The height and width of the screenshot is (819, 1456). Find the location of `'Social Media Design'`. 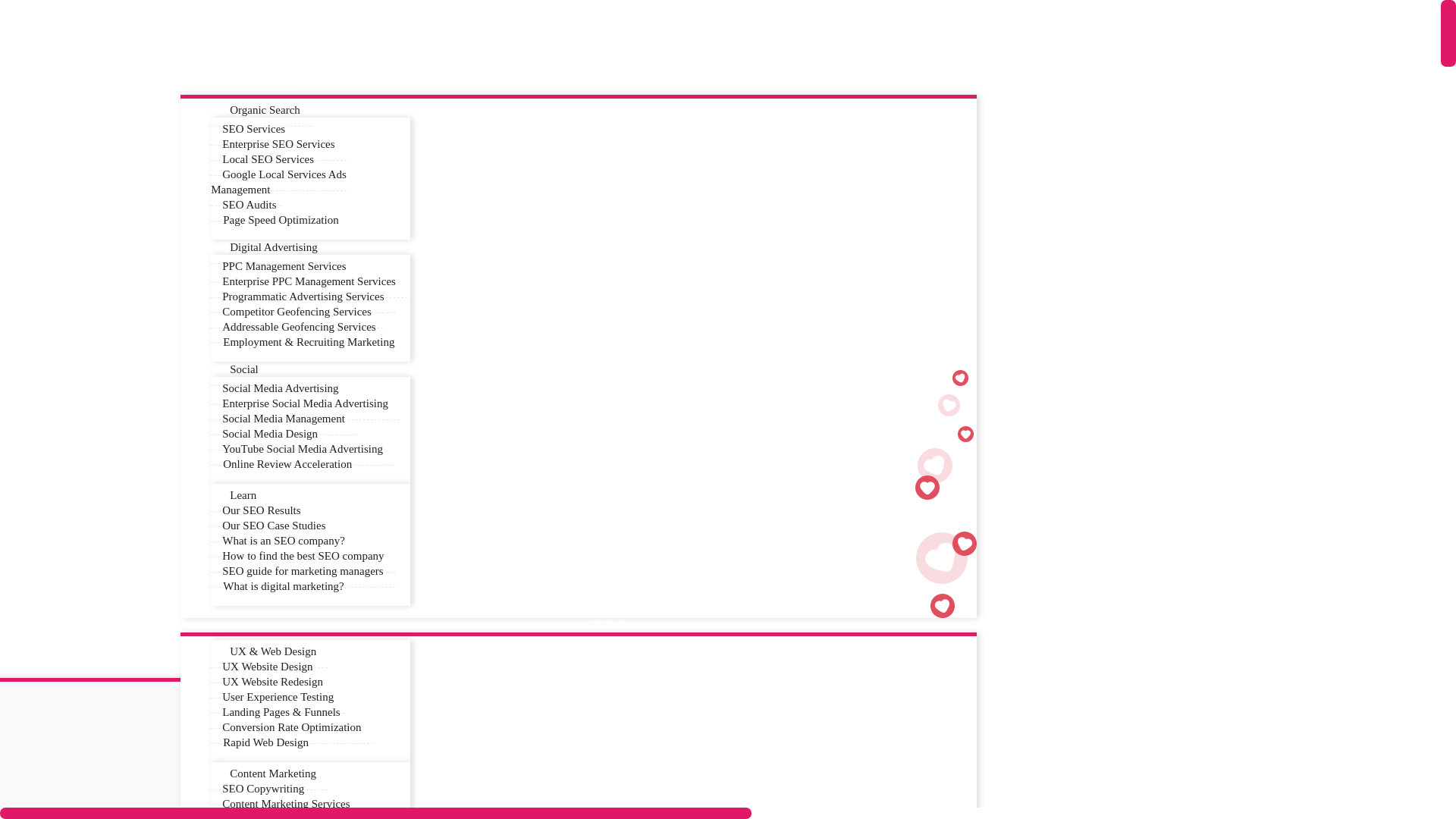

'Social Media Design' is located at coordinates (269, 434).